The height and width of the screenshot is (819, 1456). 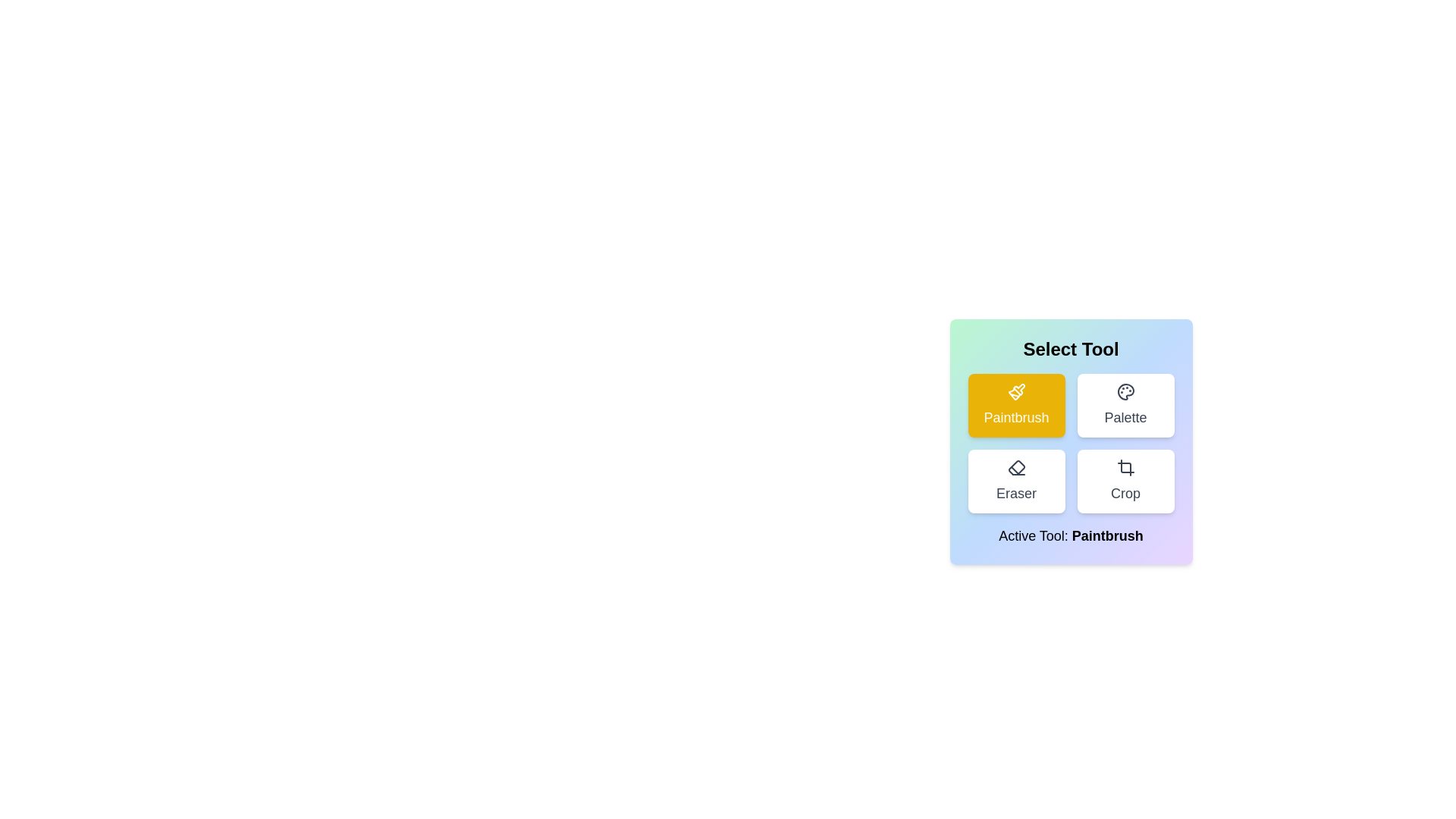 What do you see at coordinates (1125, 405) in the screenshot?
I see `the Palette button to observe its hover effect` at bounding box center [1125, 405].